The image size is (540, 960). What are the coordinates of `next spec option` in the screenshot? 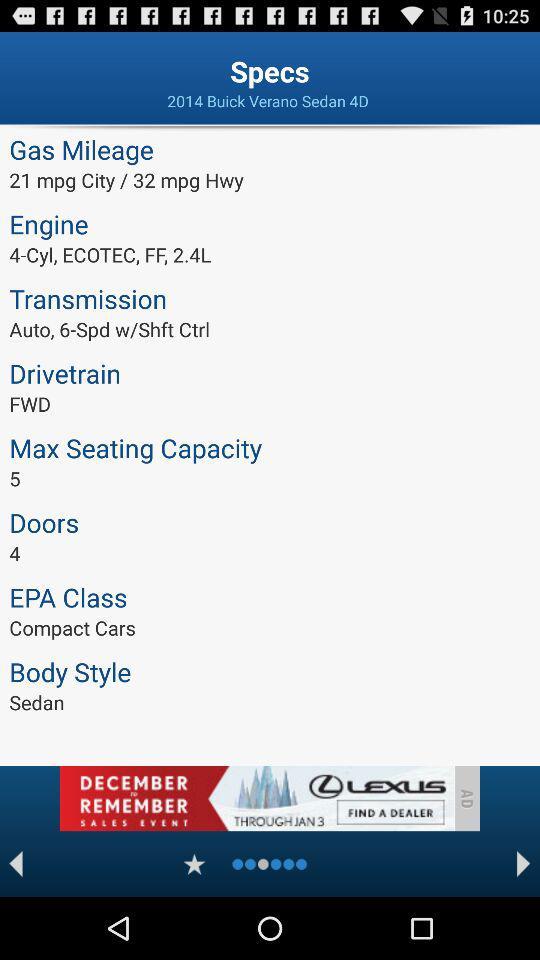 It's located at (523, 863).